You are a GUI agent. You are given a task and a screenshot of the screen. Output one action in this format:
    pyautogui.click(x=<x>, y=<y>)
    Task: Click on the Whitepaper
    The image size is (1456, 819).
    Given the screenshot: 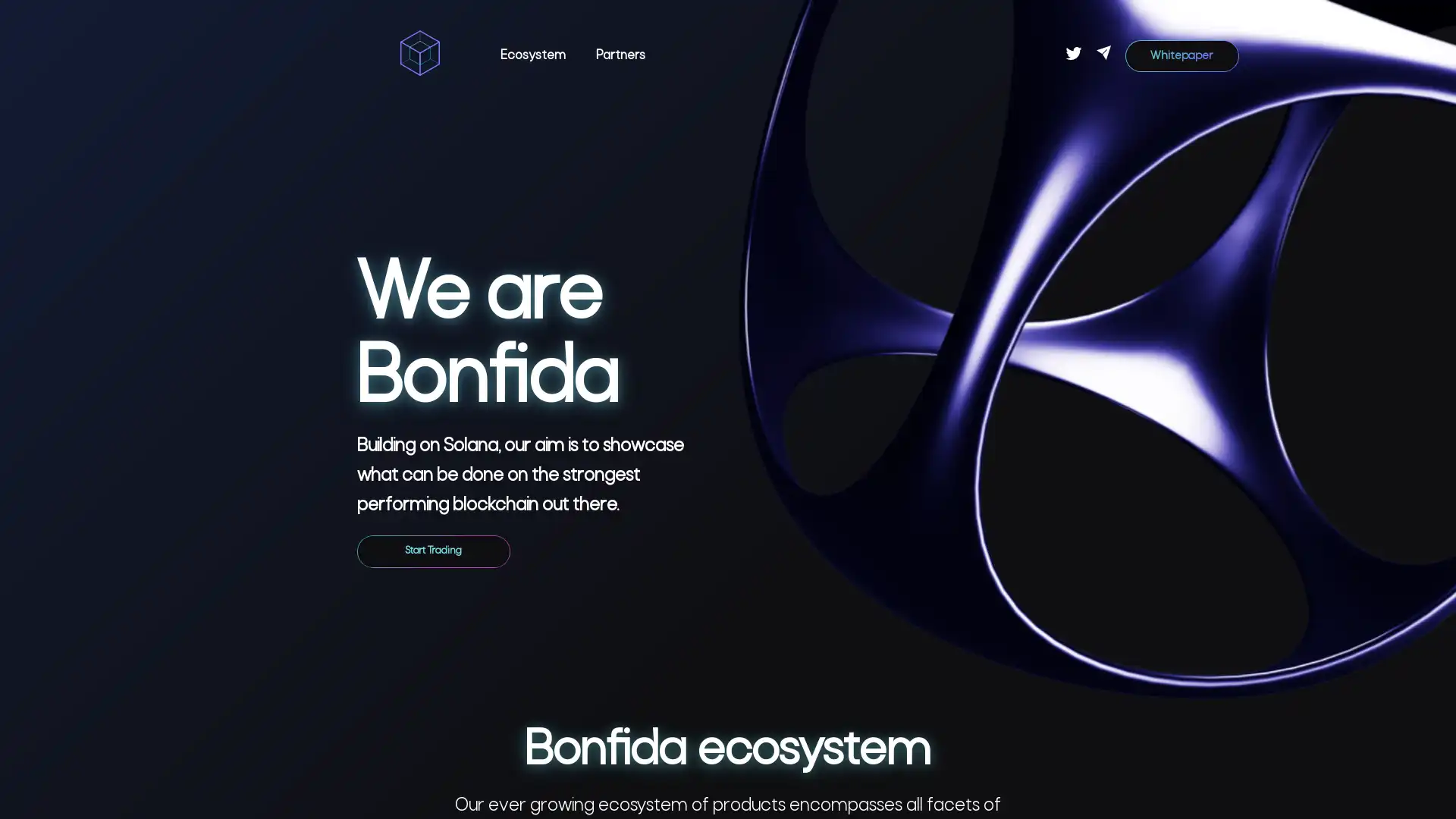 What is the action you would take?
    pyautogui.click(x=1181, y=55)
    